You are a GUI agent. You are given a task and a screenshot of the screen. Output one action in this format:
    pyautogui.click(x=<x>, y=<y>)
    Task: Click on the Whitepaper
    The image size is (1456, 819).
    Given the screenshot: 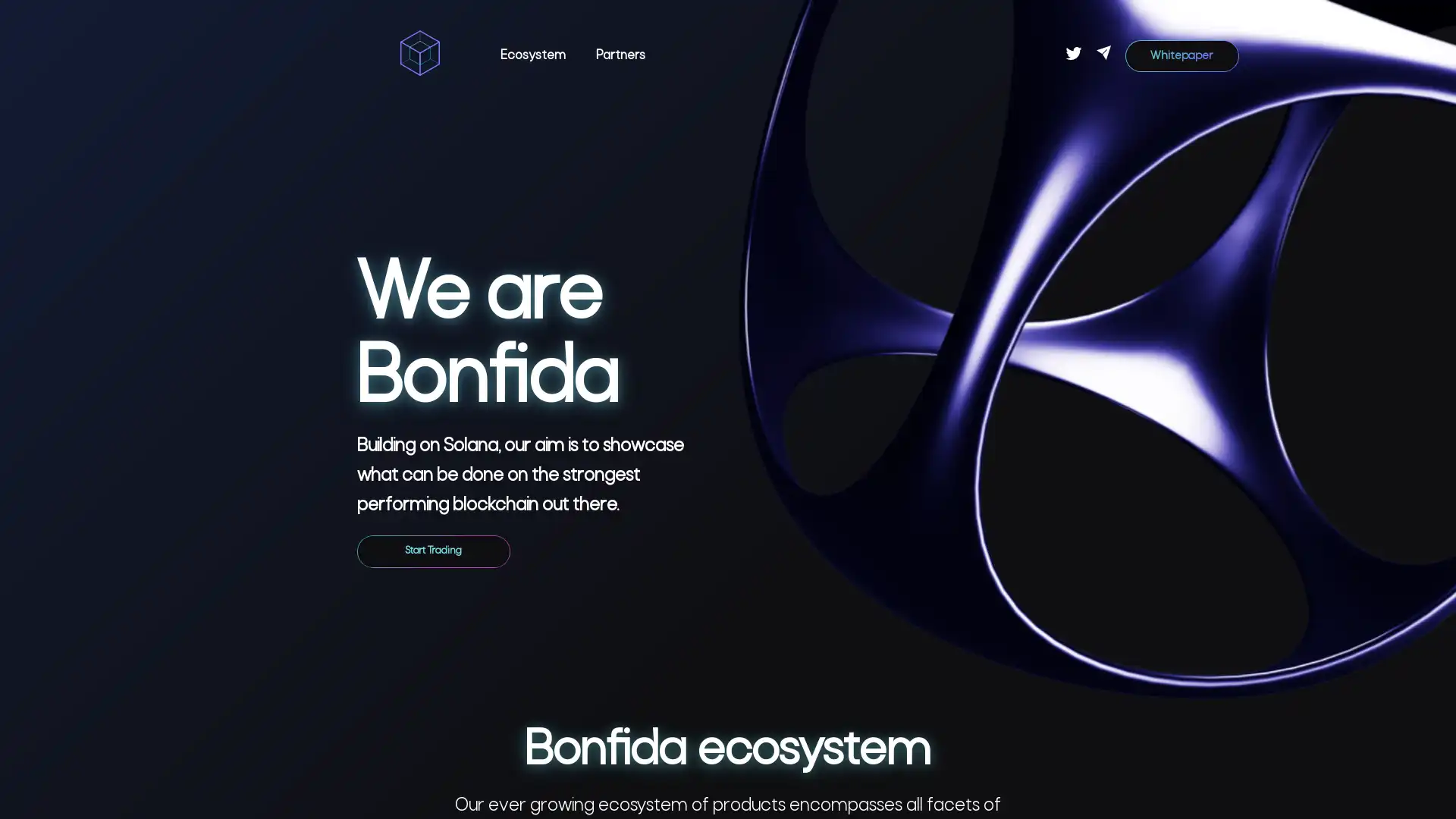 What is the action you would take?
    pyautogui.click(x=1181, y=55)
    